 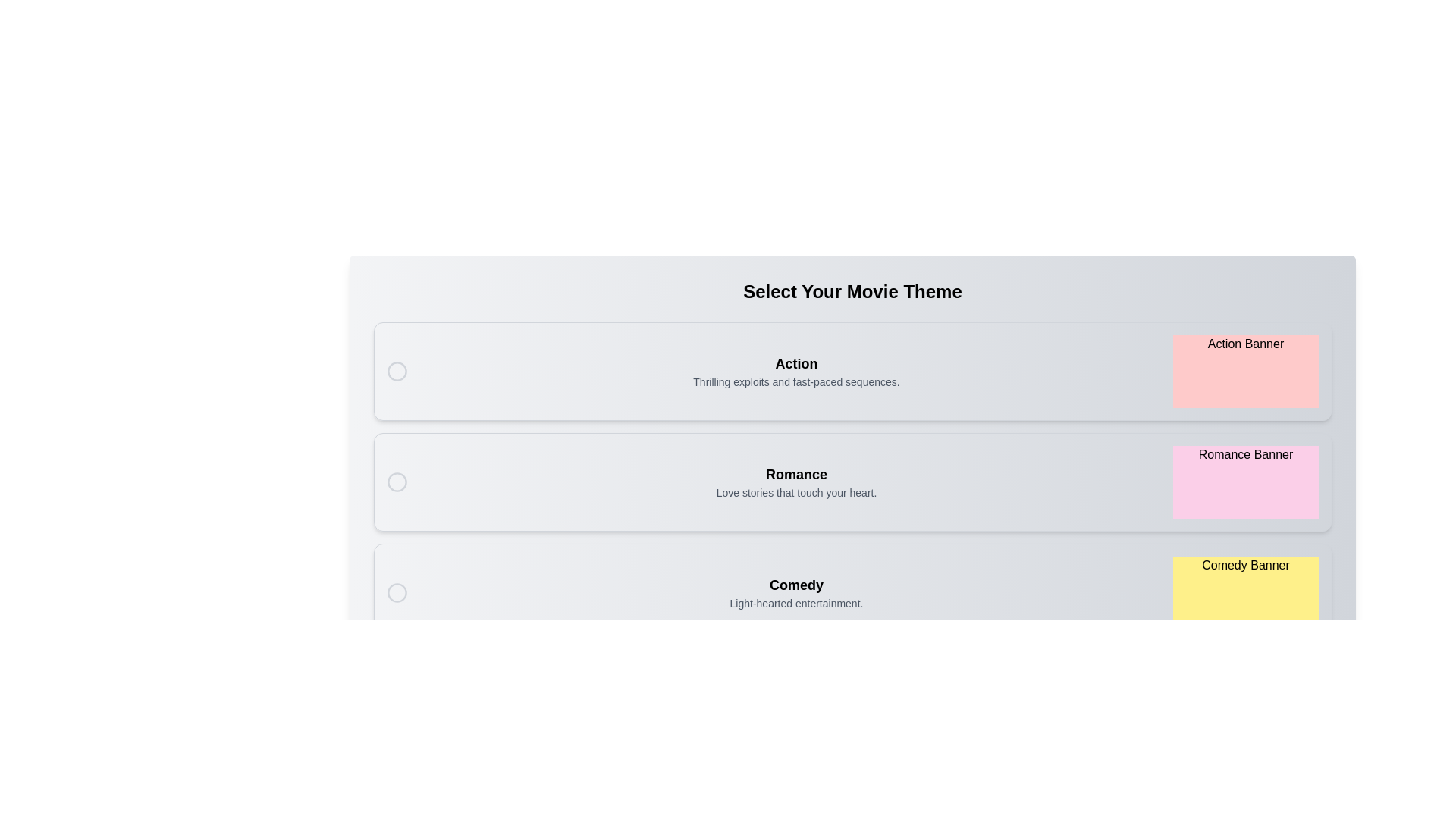 I want to click on the centrally aligned text block displaying the title and description for the 'Comedy' category, located in the third option box from the top, so click(x=795, y=592).